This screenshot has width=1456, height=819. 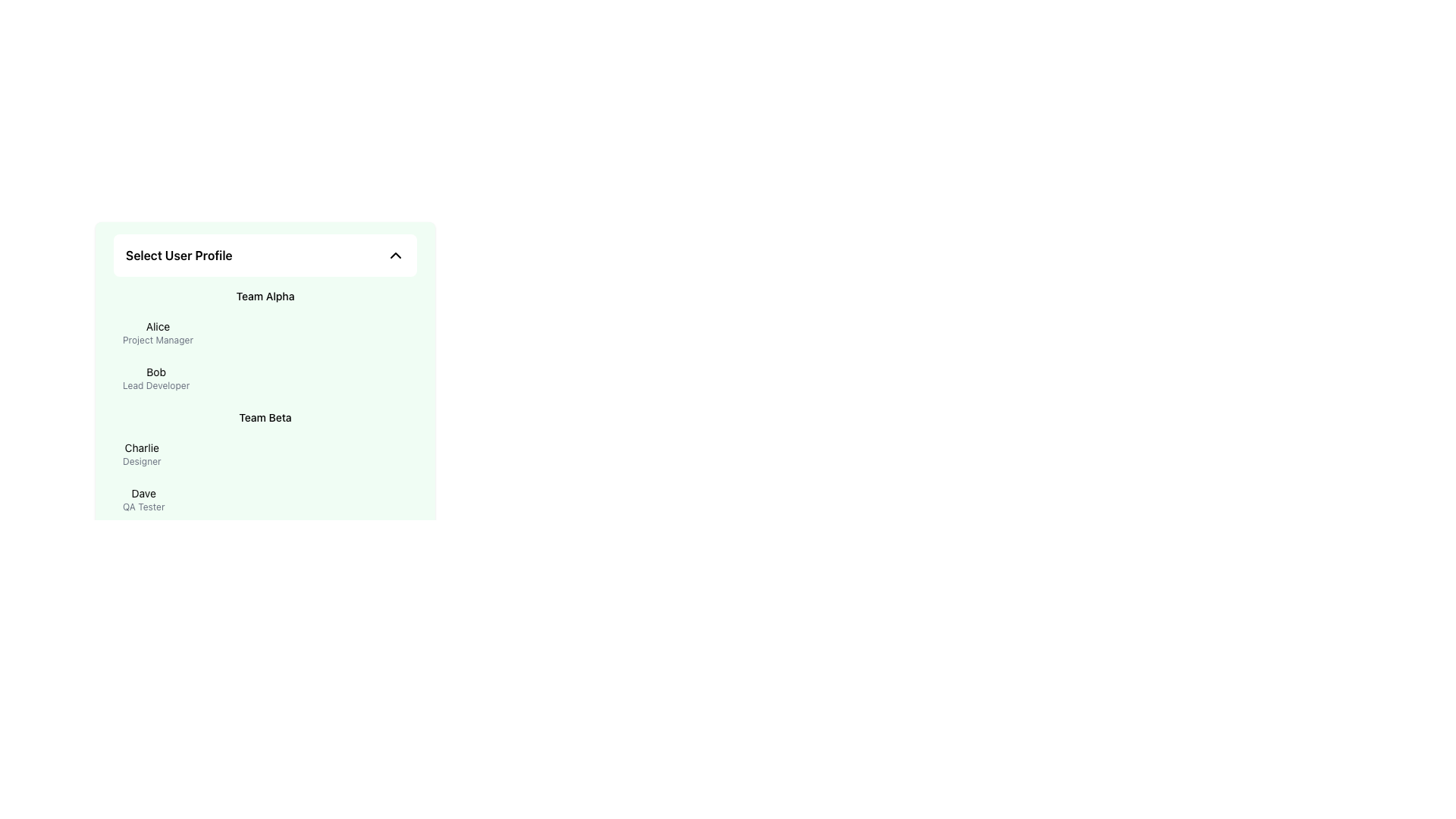 I want to click on the text label that reads 'Project Manager', which is styled in a small gray font and located below 'Alice' in the 'Team Alpha' section of the user profile selection interface, so click(x=158, y=339).